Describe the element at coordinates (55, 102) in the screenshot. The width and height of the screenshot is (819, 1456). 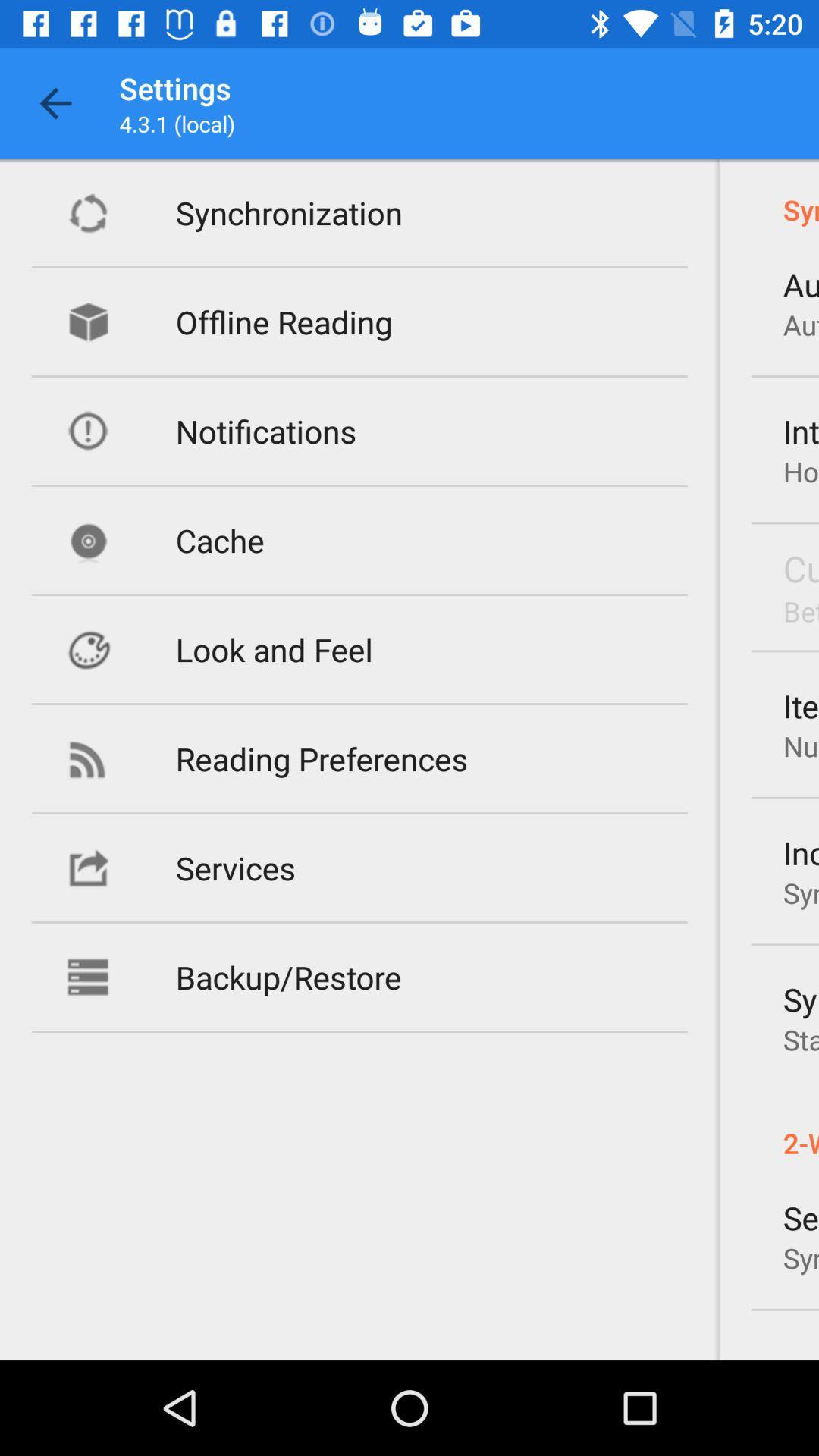
I see `item next to the settings` at that location.